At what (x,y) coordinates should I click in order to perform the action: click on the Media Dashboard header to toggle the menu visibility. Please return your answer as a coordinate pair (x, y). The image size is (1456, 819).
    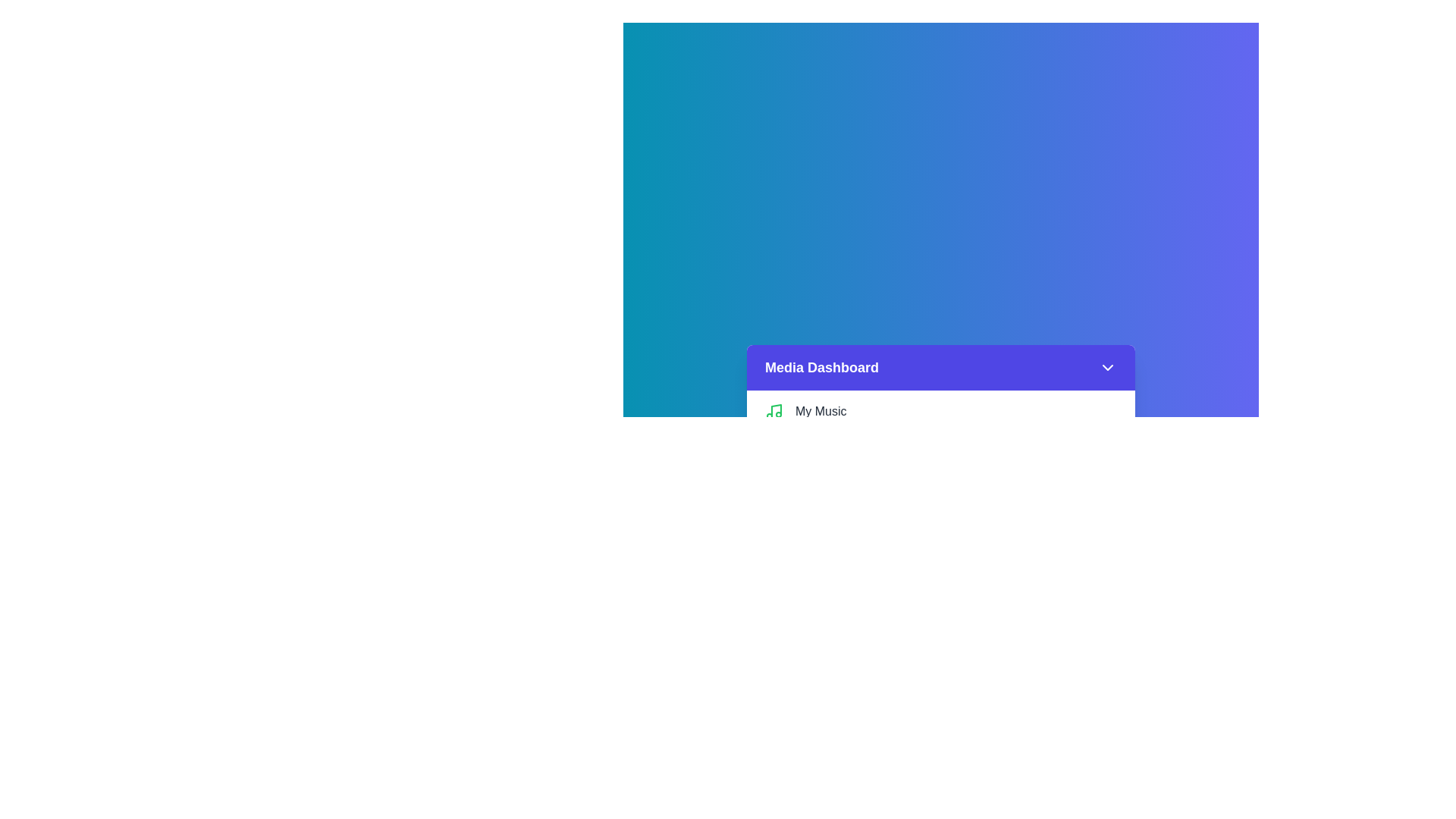
    Looking at the image, I should click on (940, 368).